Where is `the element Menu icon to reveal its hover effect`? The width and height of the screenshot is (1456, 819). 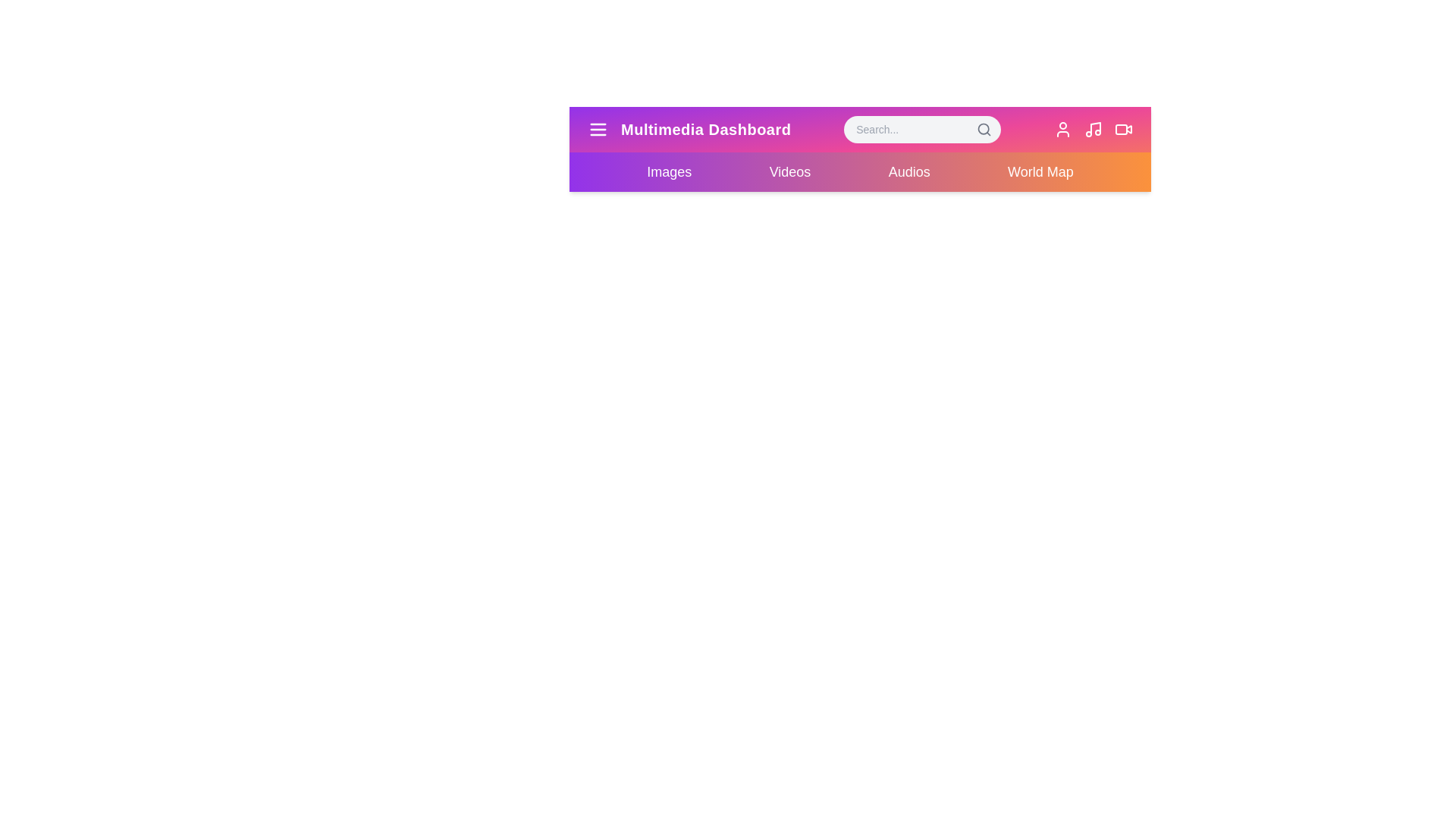 the element Menu icon to reveal its hover effect is located at coordinates (597, 128).